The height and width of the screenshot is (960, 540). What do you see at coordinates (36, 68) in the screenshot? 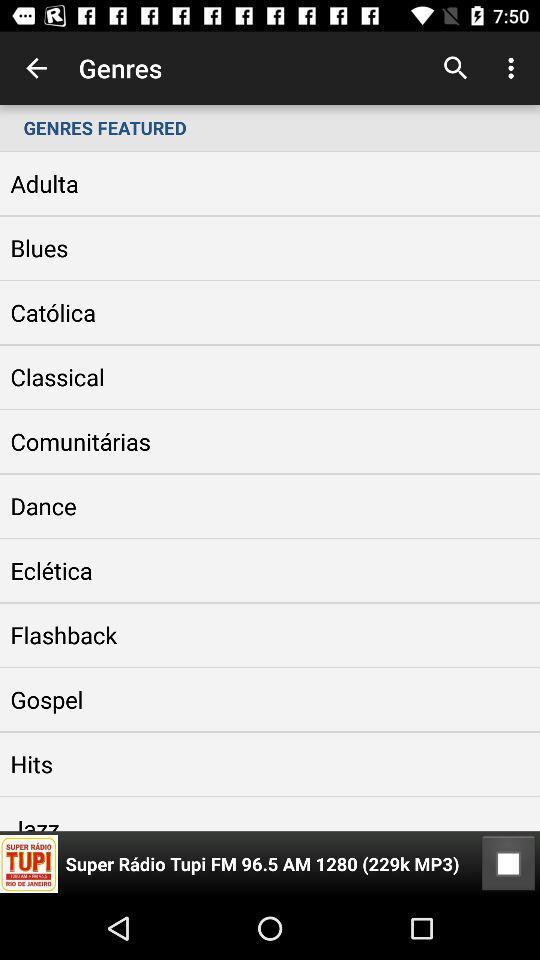
I see `item above the genres featured item` at bounding box center [36, 68].